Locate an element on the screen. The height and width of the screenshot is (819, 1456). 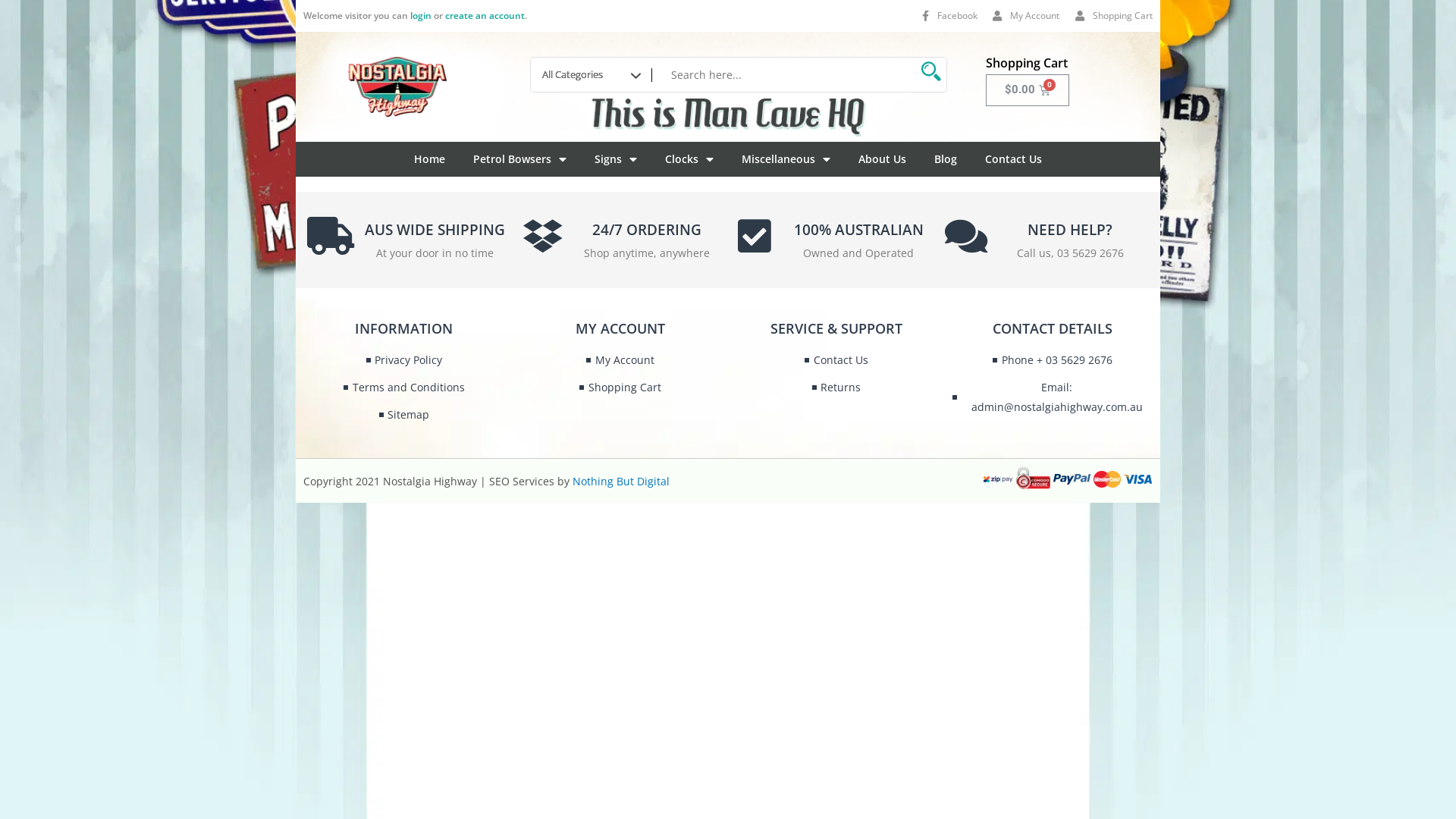
'About Us' is located at coordinates (882, 158).